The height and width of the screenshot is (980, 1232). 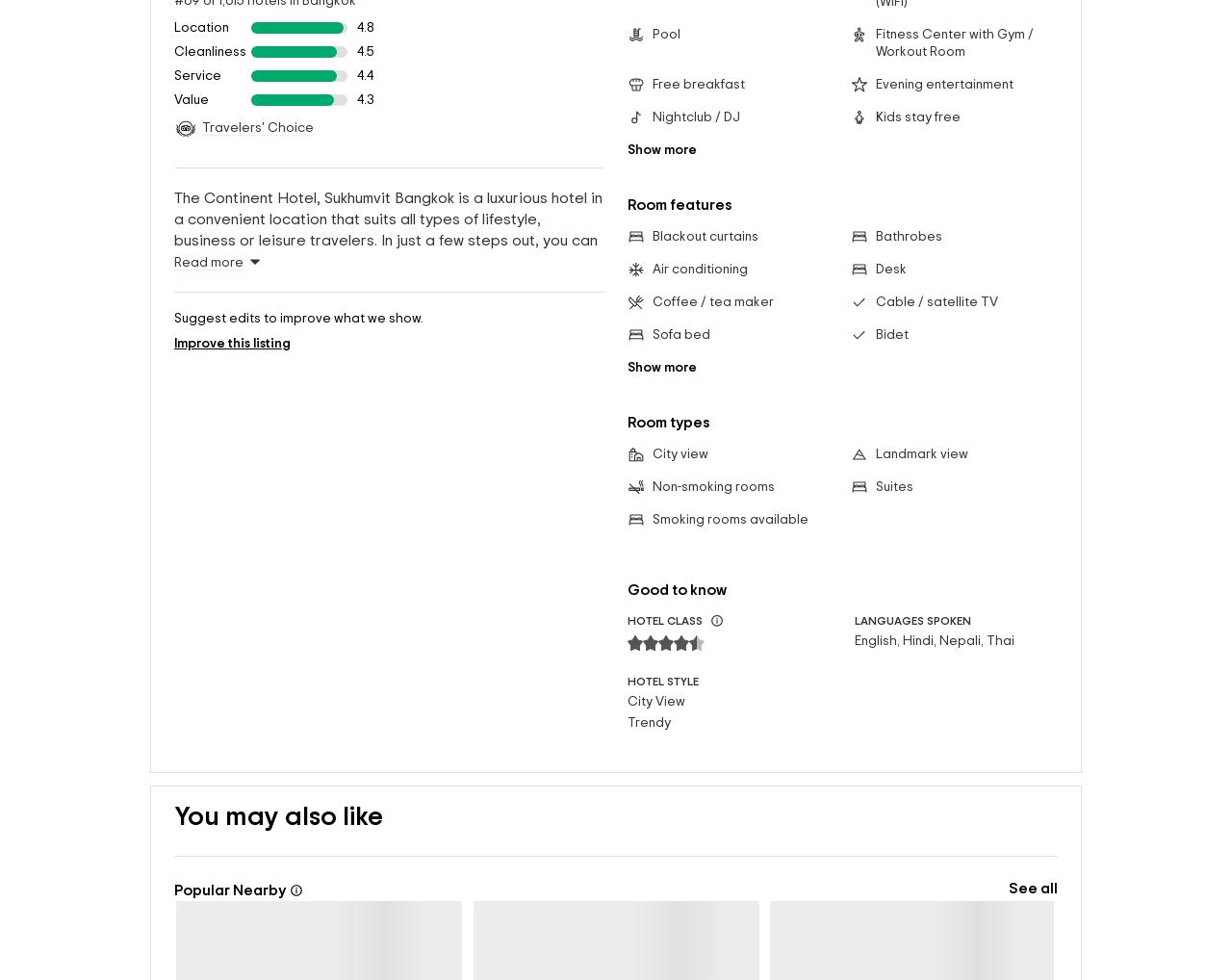 I want to click on 'Bidet', so click(x=889, y=302).